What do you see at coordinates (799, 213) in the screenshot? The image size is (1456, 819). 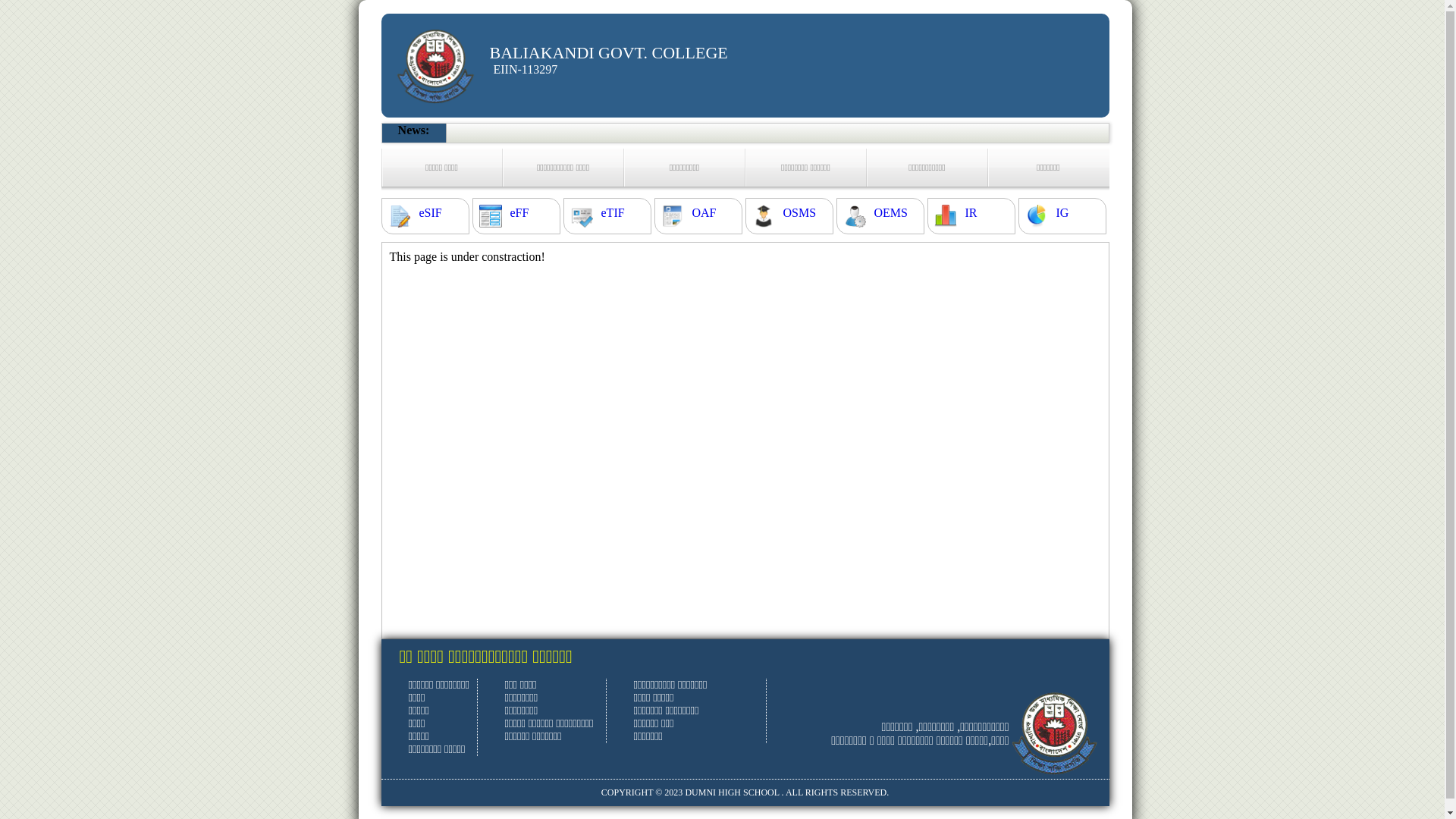 I see `'OSMS'` at bounding box center [799, 213].